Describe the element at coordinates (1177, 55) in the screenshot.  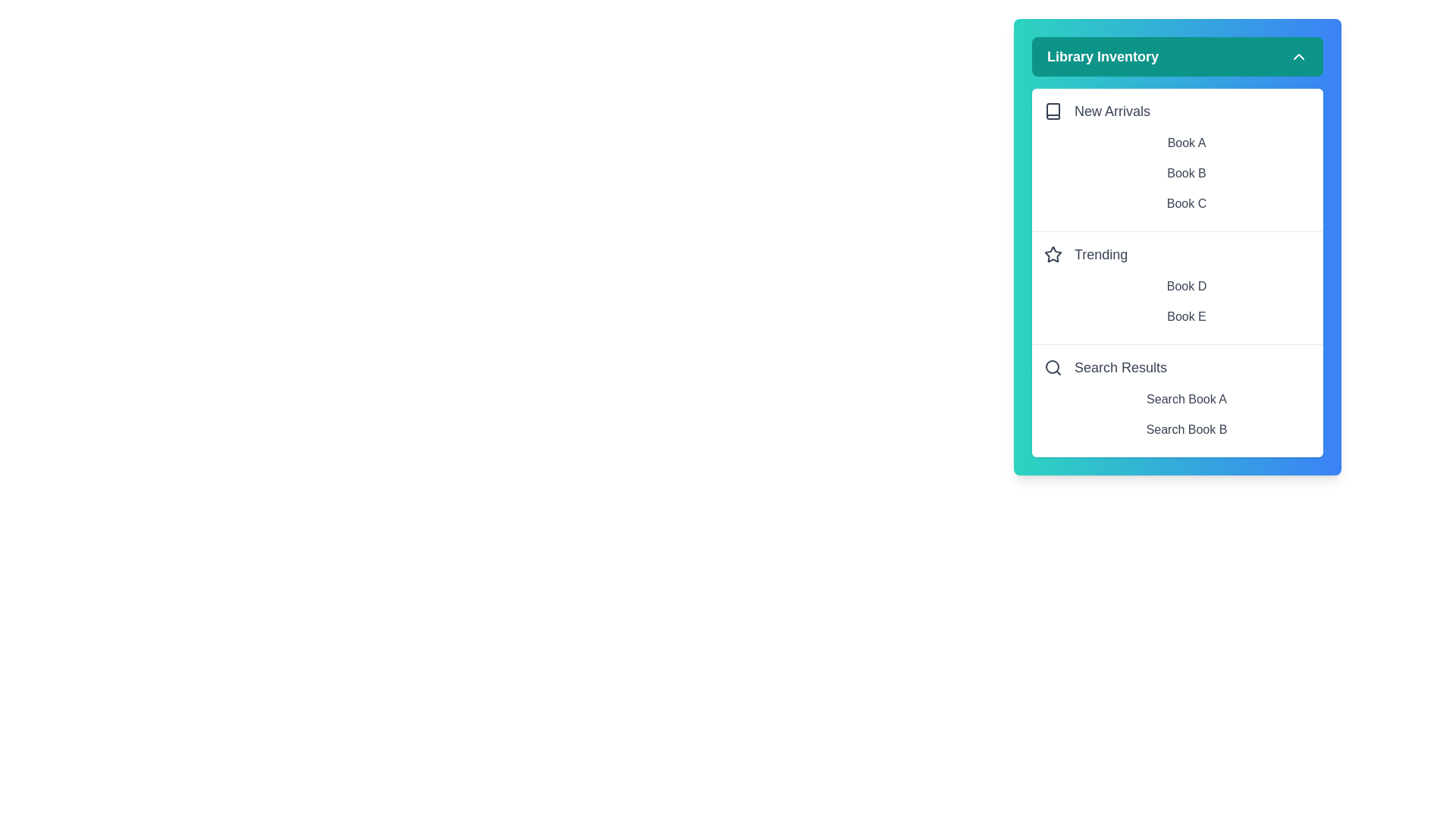
I see `the 'Library Inventory' button to toggle the menu` at that location.